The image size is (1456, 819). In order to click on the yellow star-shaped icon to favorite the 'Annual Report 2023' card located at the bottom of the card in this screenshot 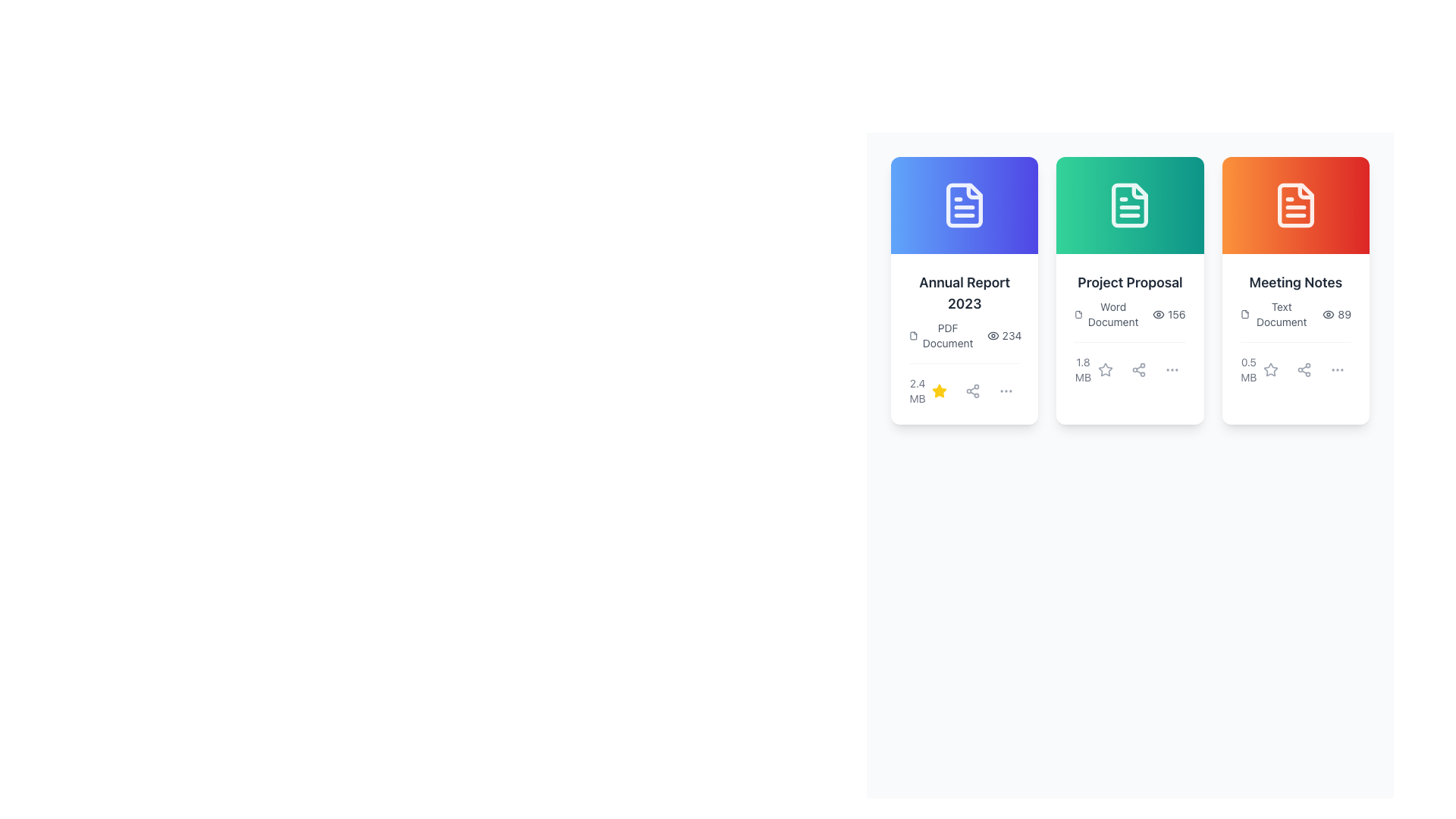, I will do `click(939, 390)`.